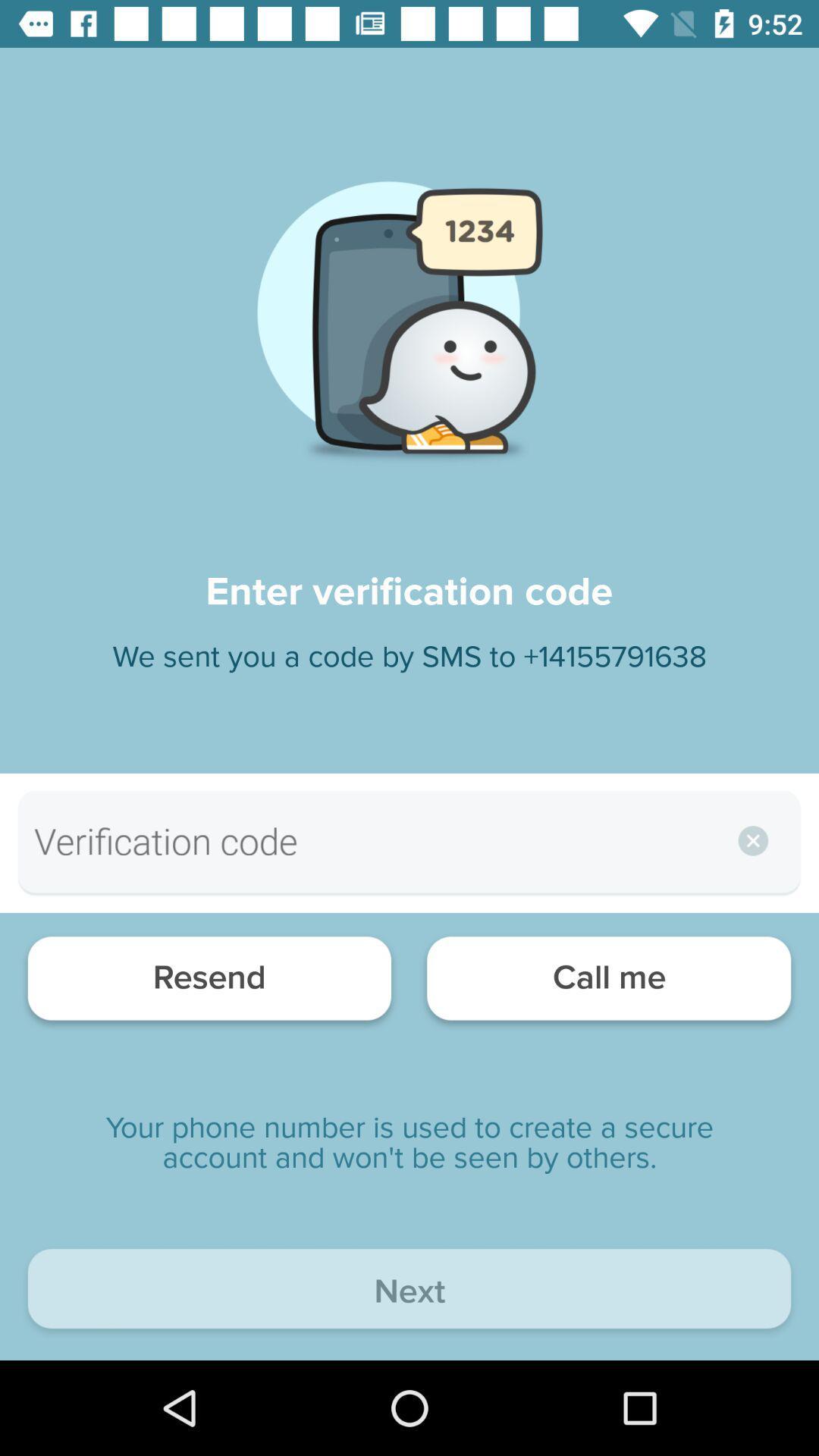  I want to click on item next to the resend icon, so click(608, 982).